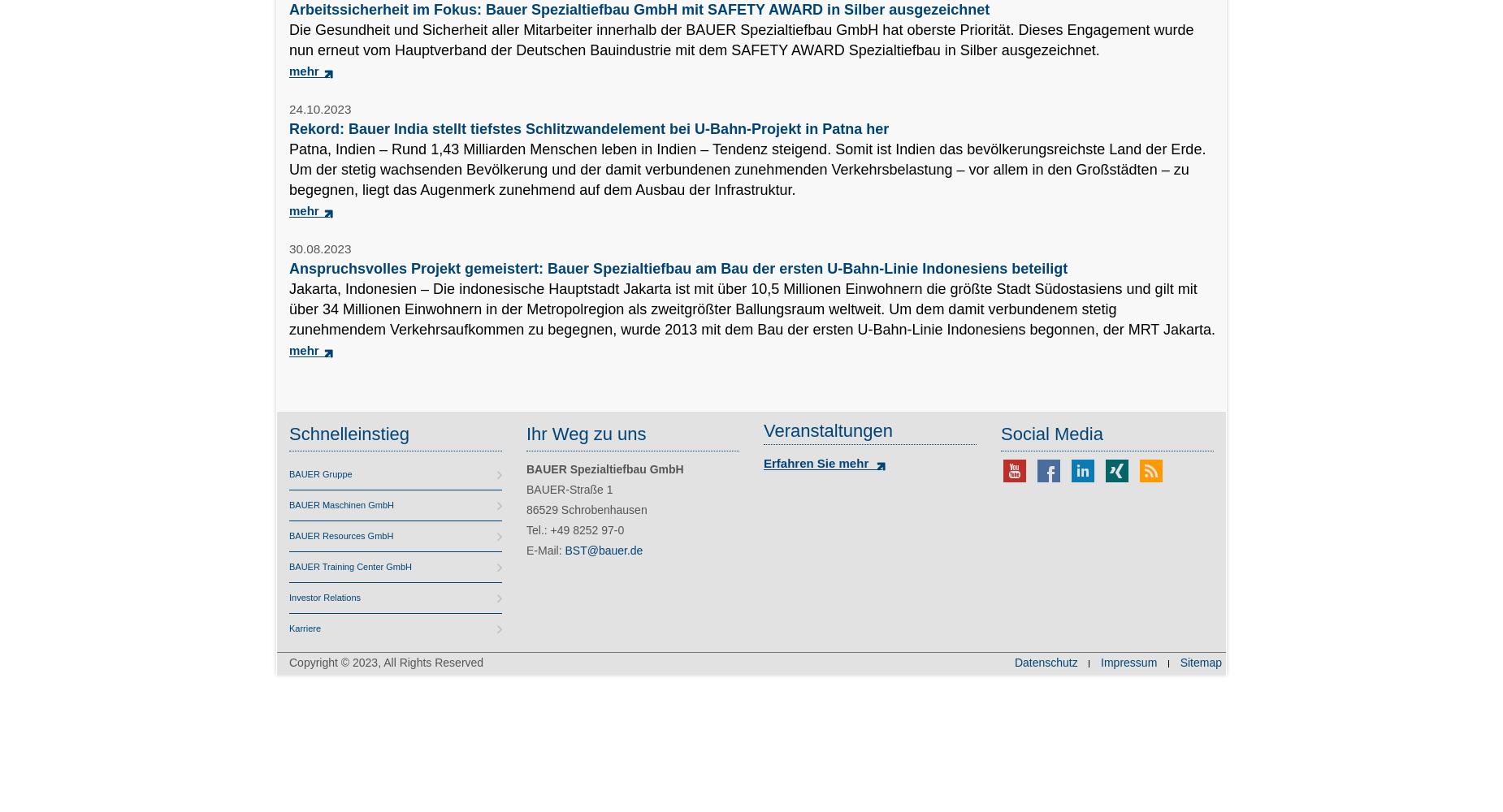  I want to click on 'Veranstaltungen', so click(827, 430).